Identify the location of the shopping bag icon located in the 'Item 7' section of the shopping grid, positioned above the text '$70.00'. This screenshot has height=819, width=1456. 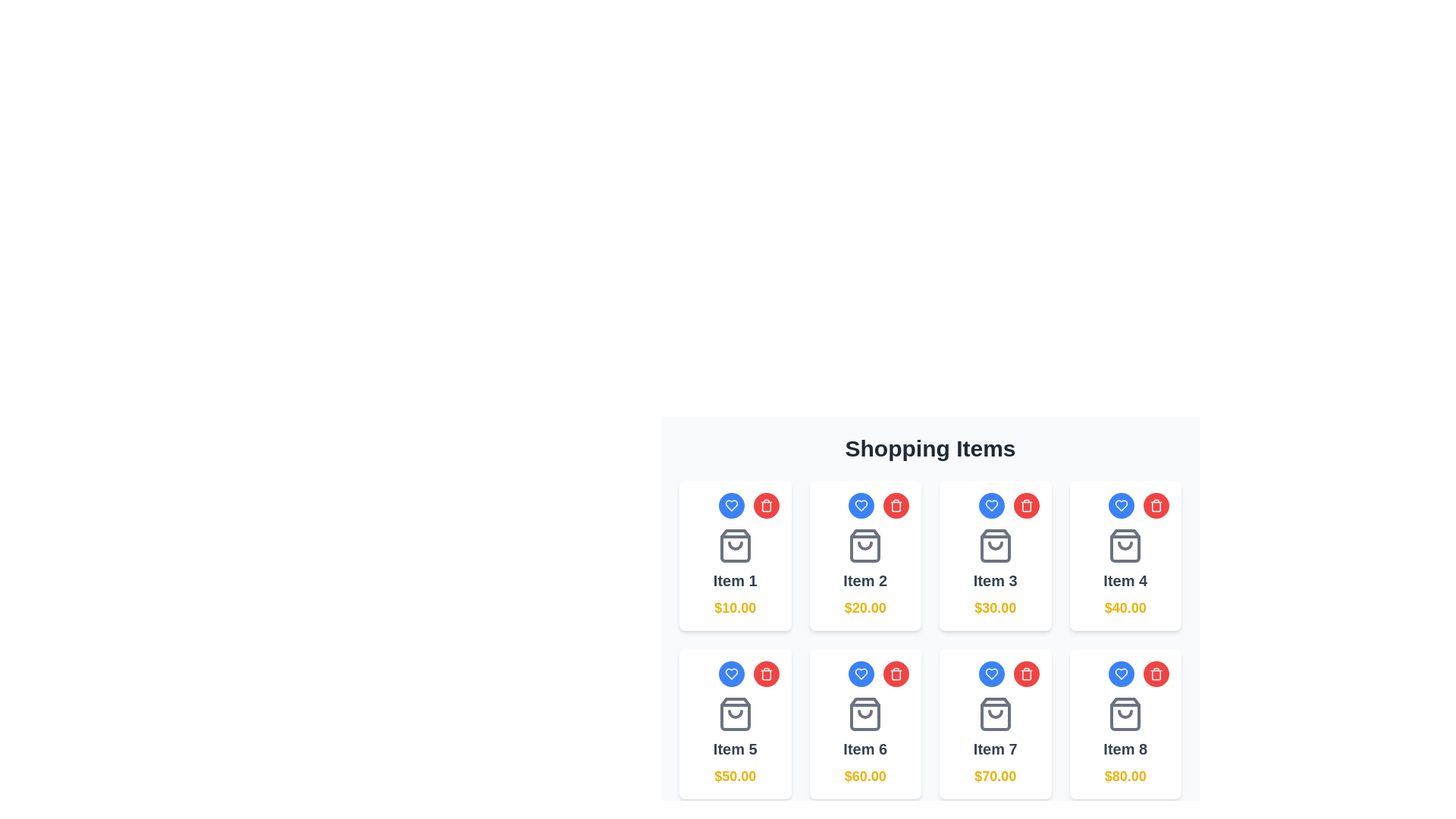
(995, 714).